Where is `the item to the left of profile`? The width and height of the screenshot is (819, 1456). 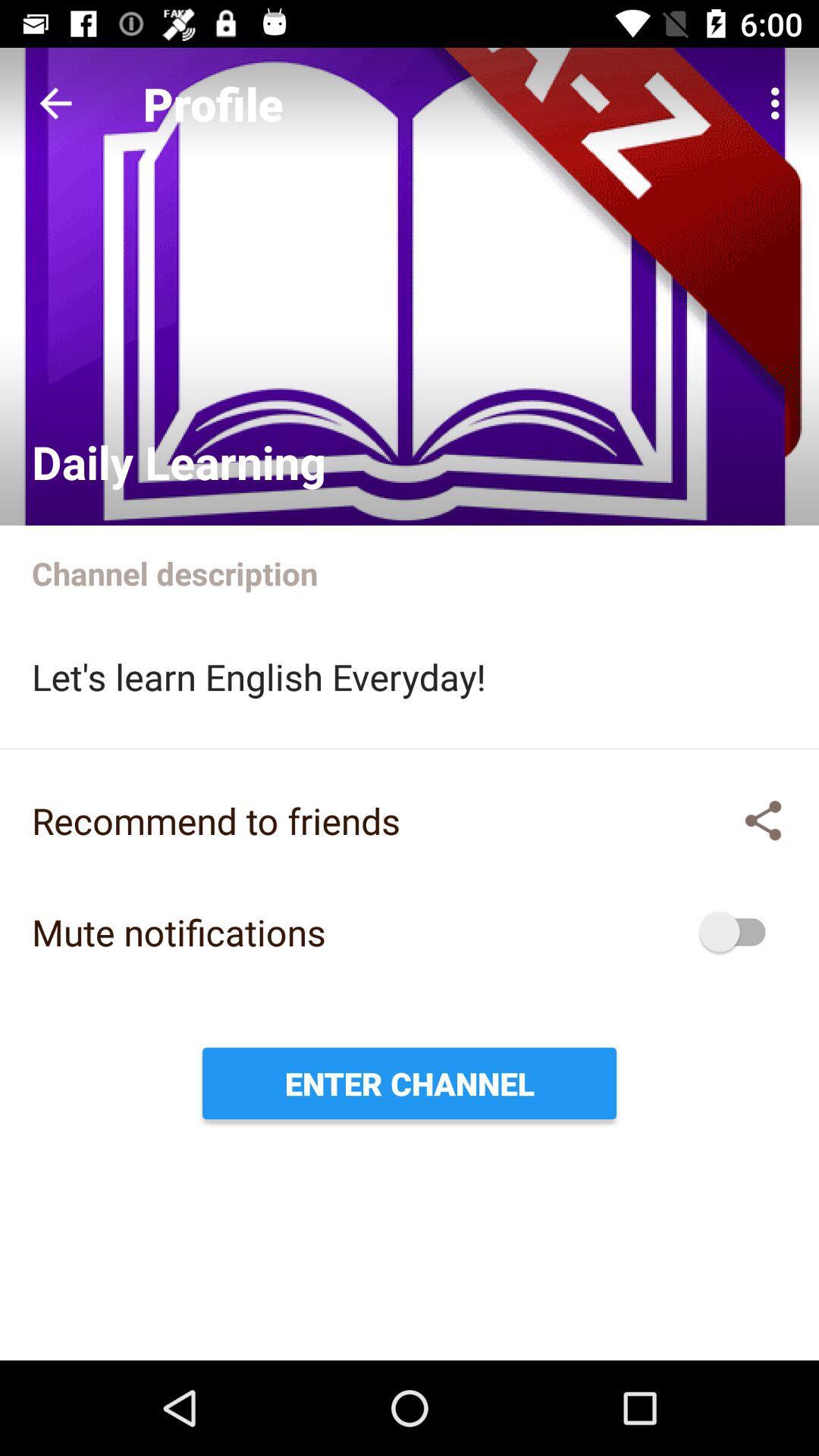
the item to the left of profile is located at coordinates (55, 102).